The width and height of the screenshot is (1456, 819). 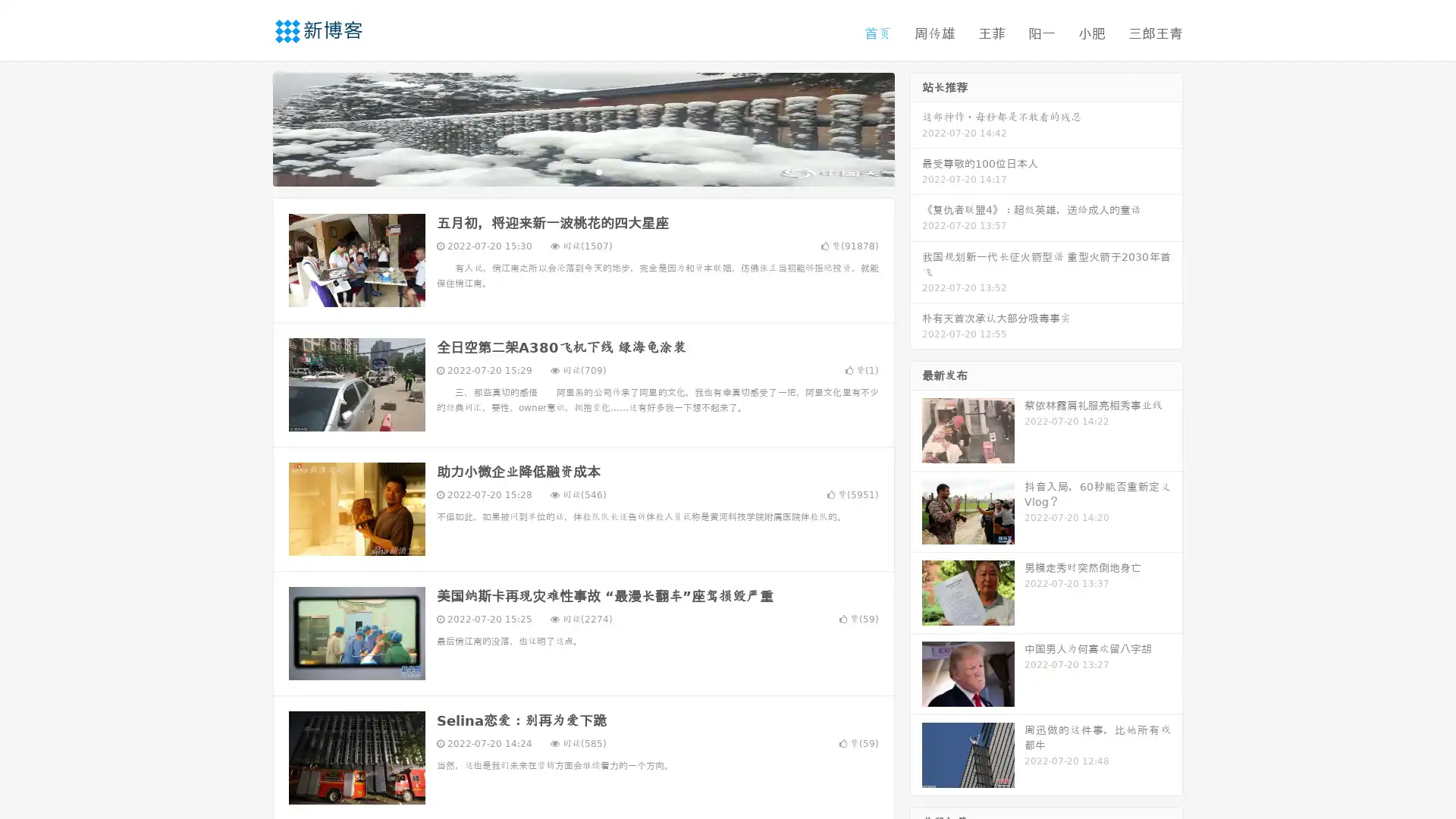 What do you see at coordinates (582, 171) in the screenshot?
I see `Go to slide 2` at bounding box center [582, 171].